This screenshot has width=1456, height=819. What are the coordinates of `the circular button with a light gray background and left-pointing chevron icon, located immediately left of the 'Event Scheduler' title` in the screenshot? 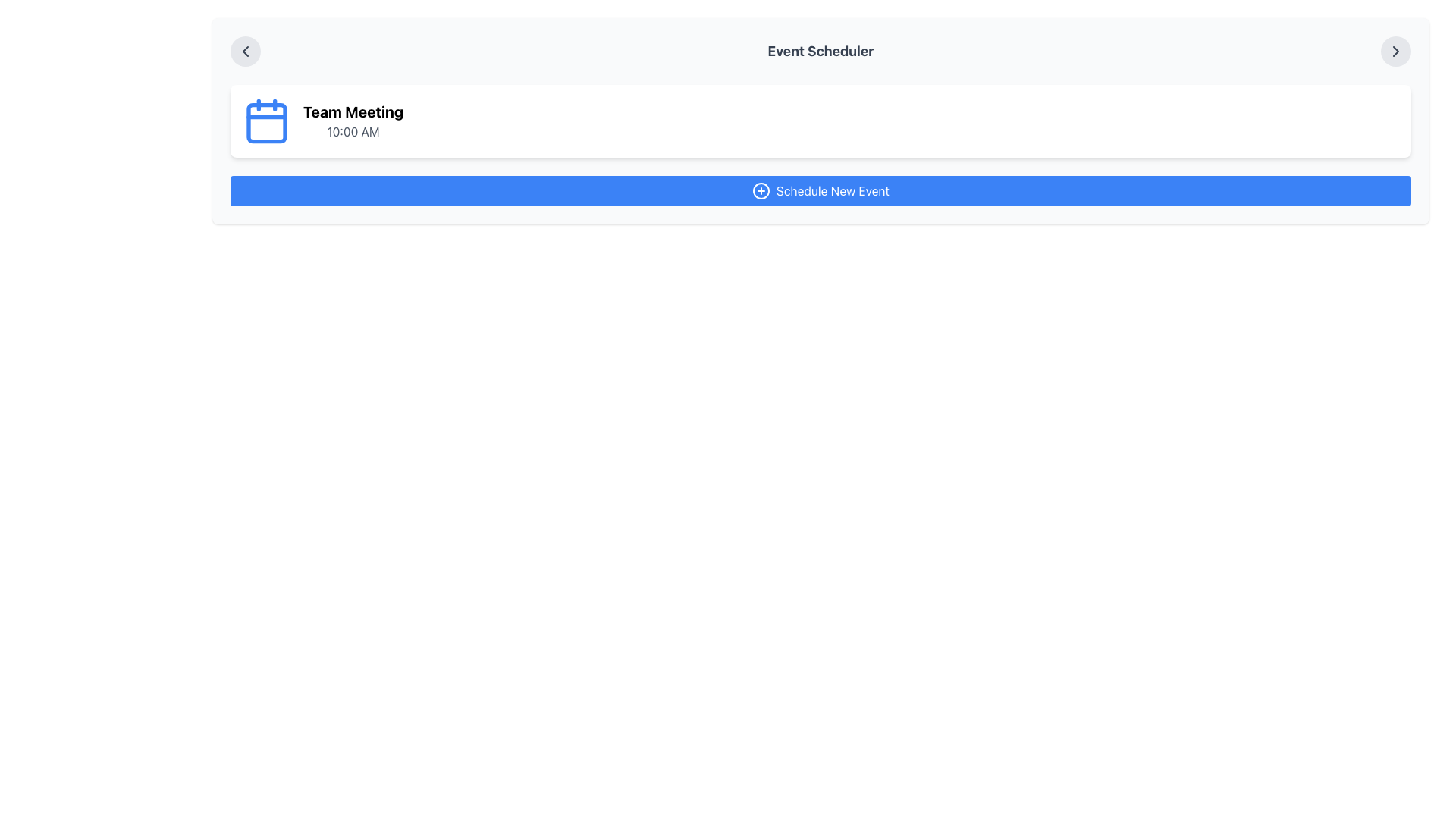 It's located at (246, 51).